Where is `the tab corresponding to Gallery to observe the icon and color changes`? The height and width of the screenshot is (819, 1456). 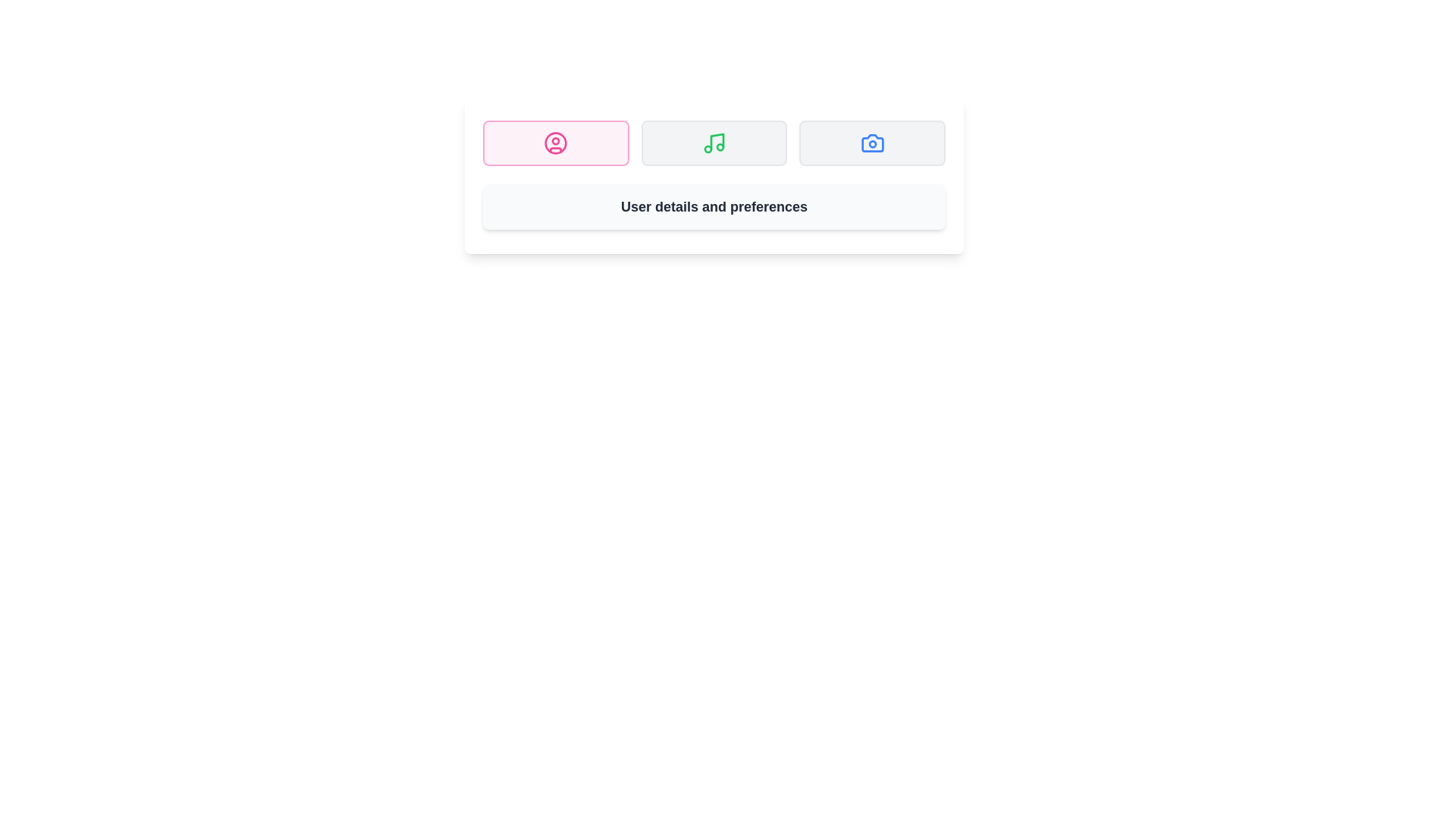
the tab corresponding to Gallery to observe the icon and color changes is located at coordinates (872, 143).